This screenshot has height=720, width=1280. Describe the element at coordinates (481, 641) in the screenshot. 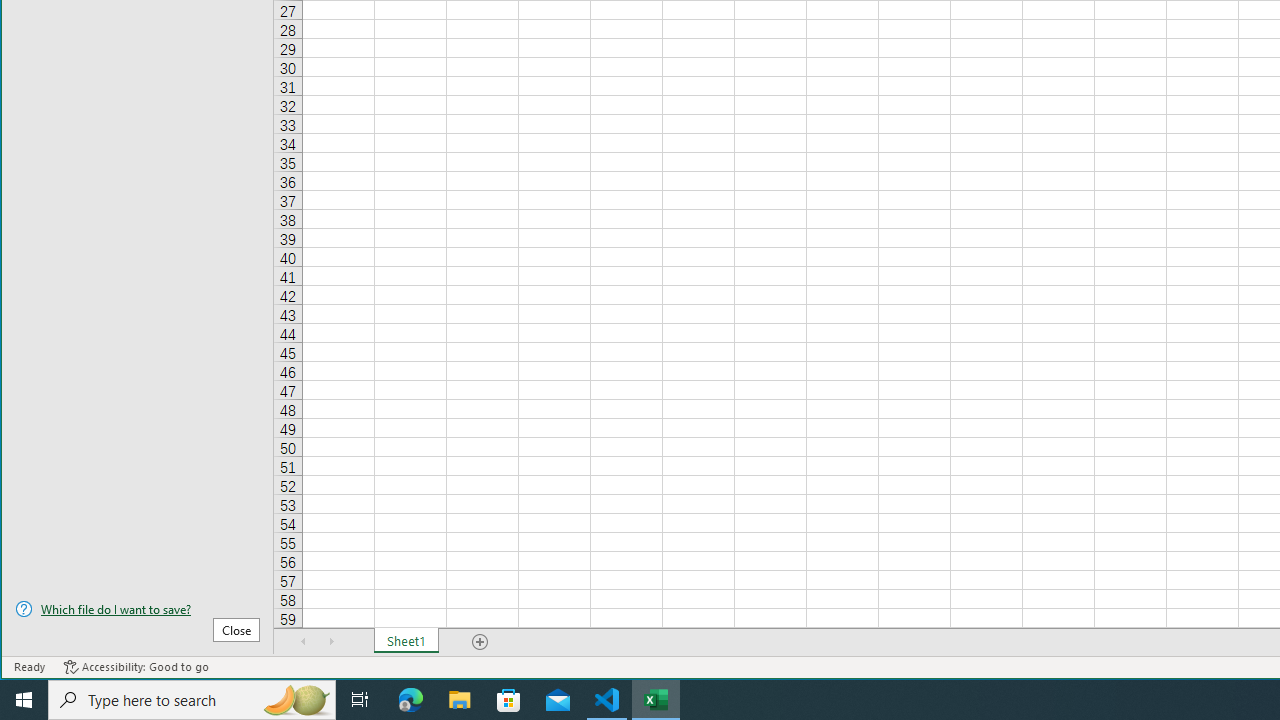

I see `'Add Sheet'` at that location.